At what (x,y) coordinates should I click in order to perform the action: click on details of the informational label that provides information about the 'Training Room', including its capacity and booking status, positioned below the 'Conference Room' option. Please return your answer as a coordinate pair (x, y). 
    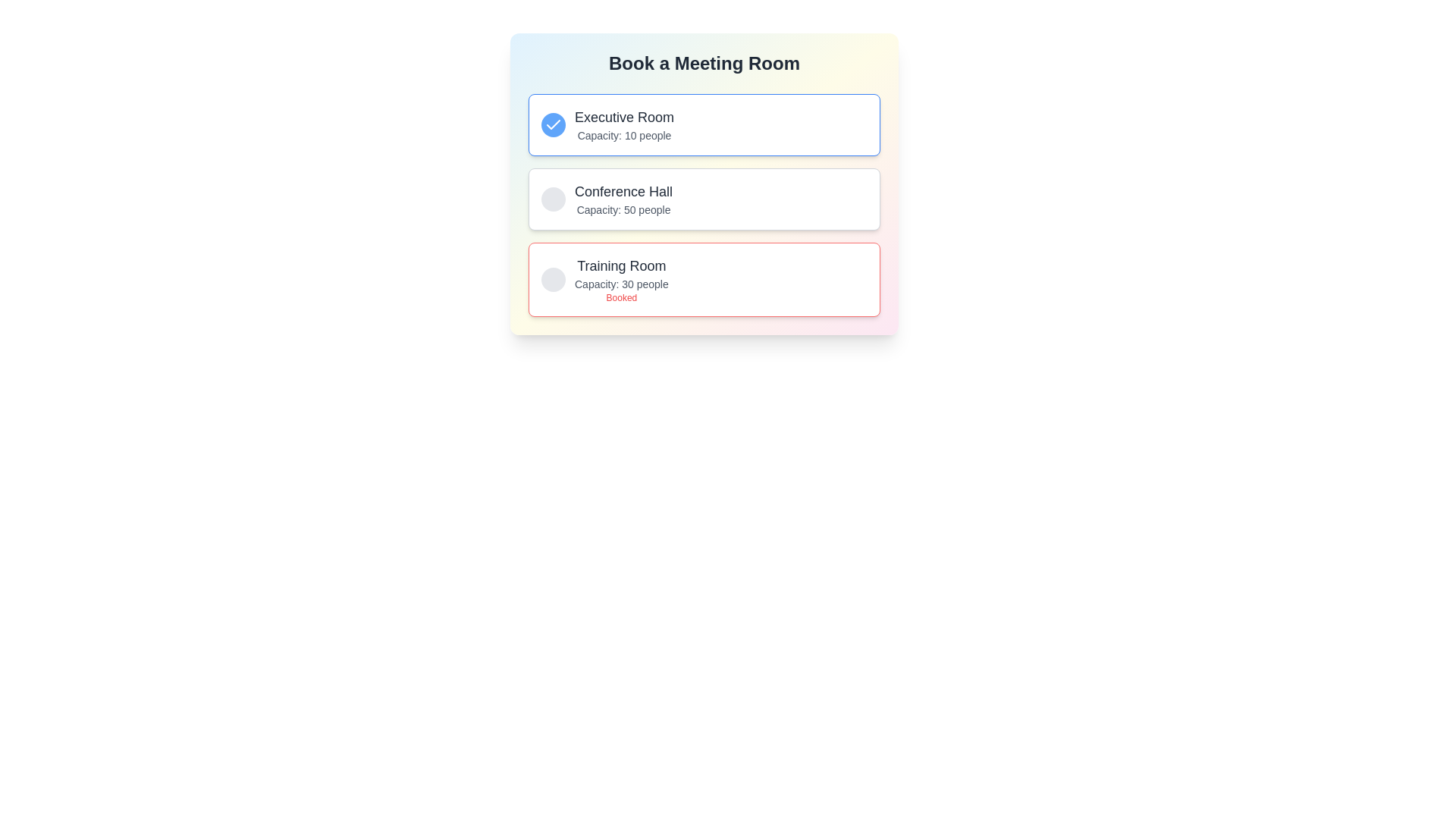
    Looking at the image, I should click on (621, 280).